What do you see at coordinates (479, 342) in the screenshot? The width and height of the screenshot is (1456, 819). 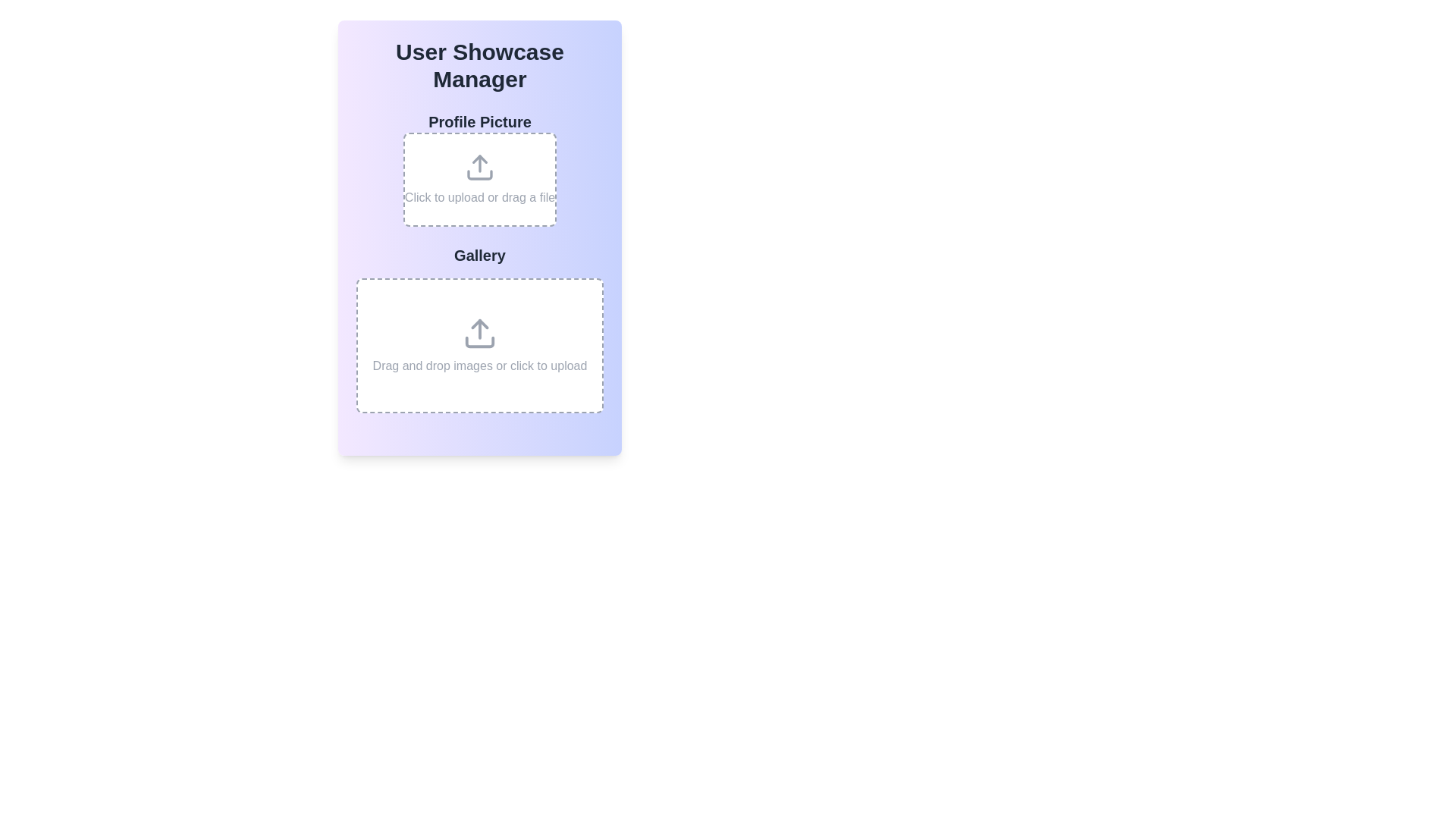 I see `the gray bar-shaped graphical component that forms the base of the upload icon, located beneath the upward-pointing arrow in the SVG` at bounding box center [479, 342].